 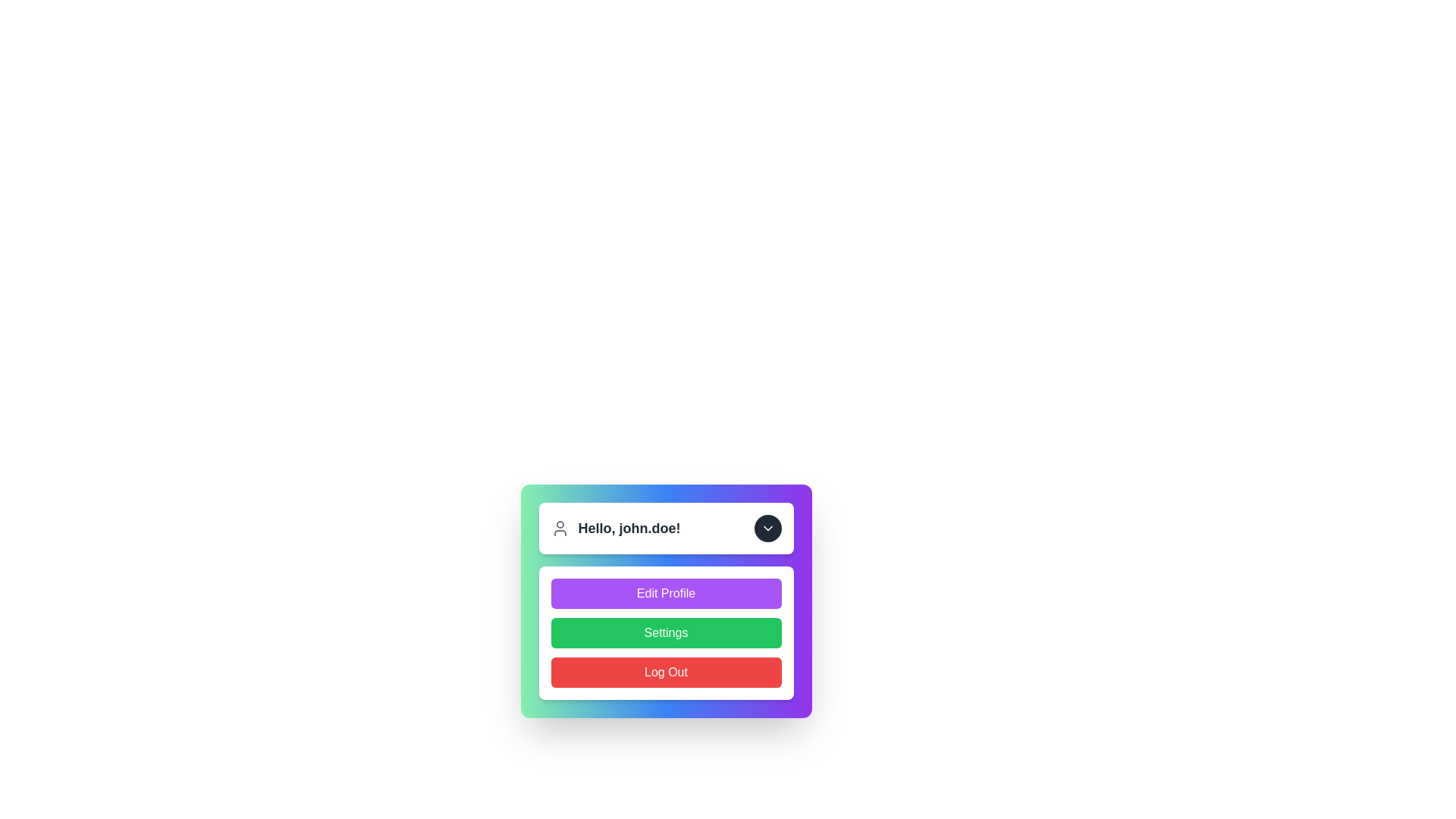 What do you see at coordinates (629, 528) in the screenshot?
I see `the text label that displays 'Hello, john.doe!' which is styled in bold, dark gray, and is centrally positioned above action buttons` at bounding box center [629, 528].